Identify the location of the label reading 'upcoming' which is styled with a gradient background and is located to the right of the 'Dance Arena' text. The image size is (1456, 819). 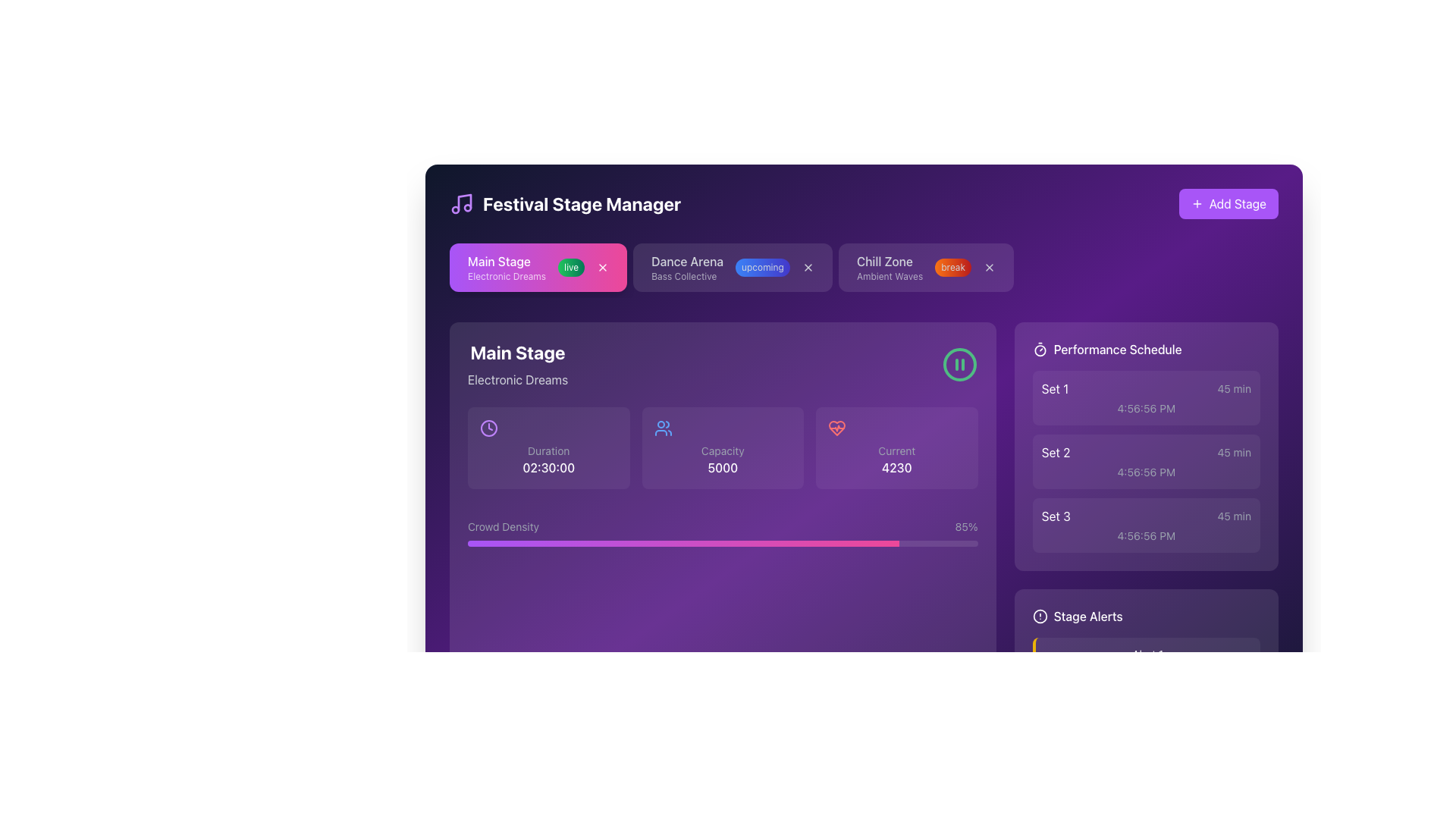
(733, 267).